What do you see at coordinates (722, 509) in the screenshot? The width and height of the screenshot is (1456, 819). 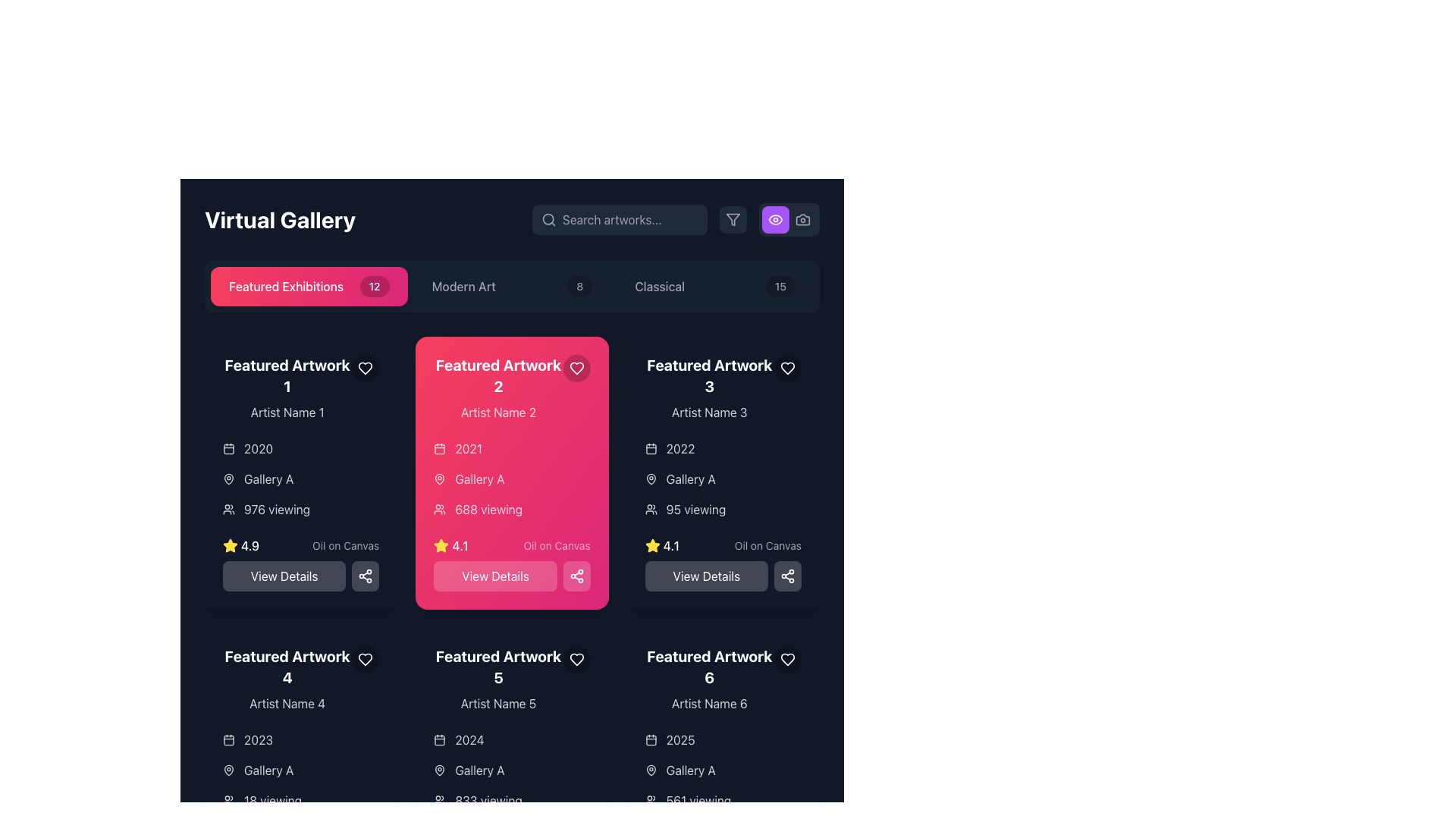 I see `the icon accompanying the viewer count text label located in the 'Featured Artwork 3' section, below the 'Gallery A' label` at bounding box center [722, 509].